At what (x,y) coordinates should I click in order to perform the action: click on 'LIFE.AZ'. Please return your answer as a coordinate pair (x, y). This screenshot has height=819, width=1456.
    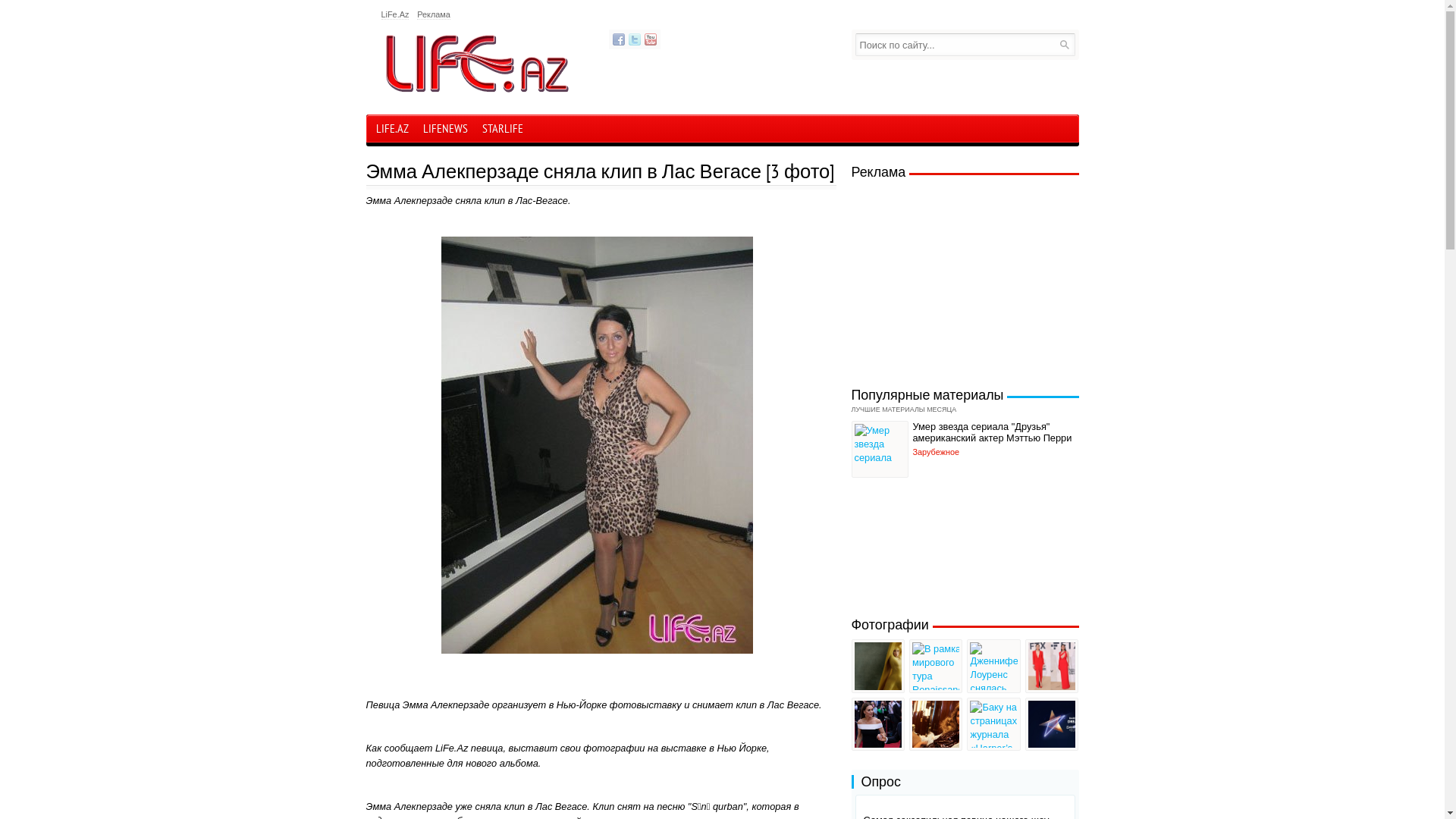
    Looking at the image, I should click on (391, 127).